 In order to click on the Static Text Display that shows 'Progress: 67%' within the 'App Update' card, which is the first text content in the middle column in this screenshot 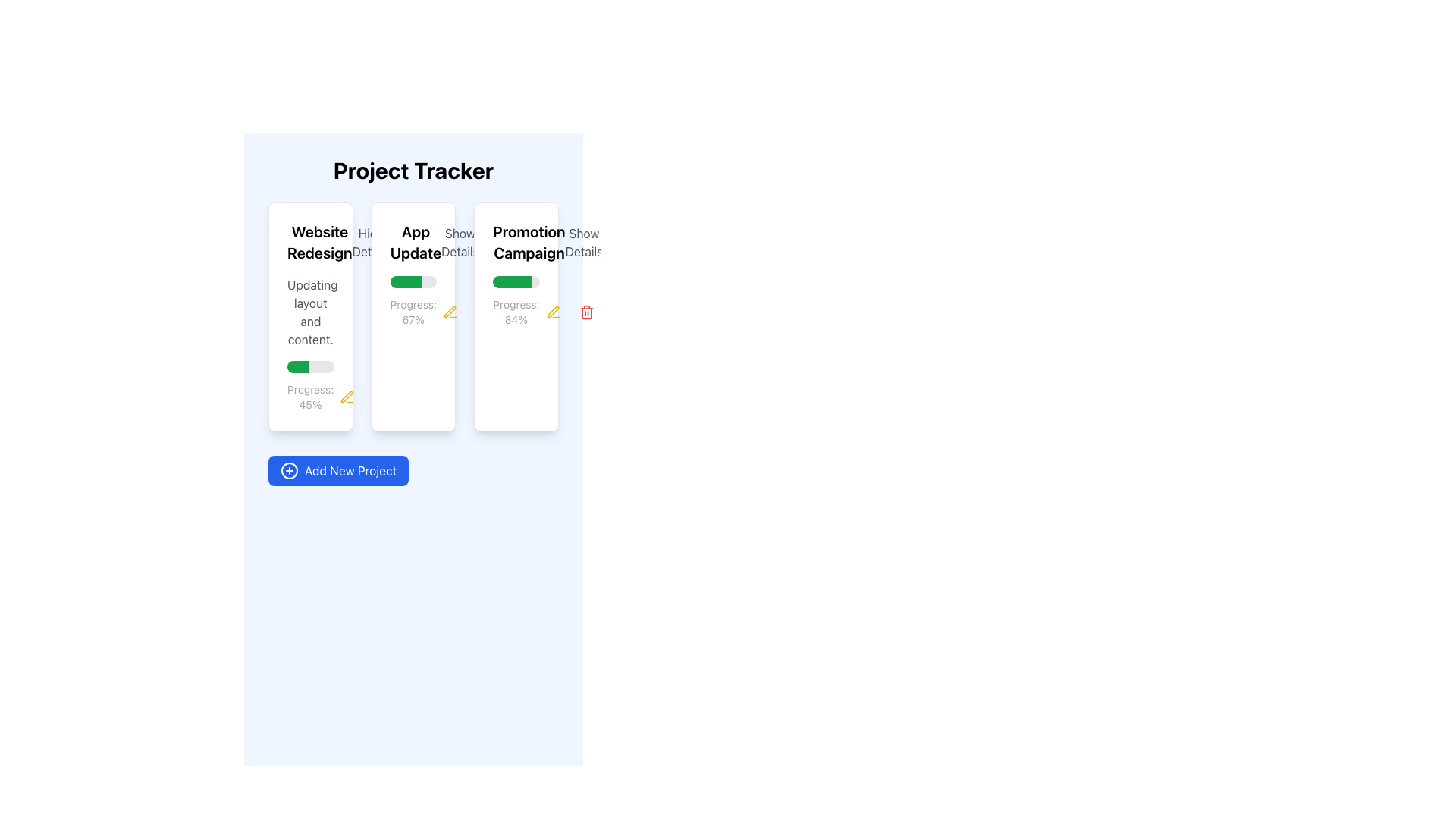, I will do `click(413, 312)`.